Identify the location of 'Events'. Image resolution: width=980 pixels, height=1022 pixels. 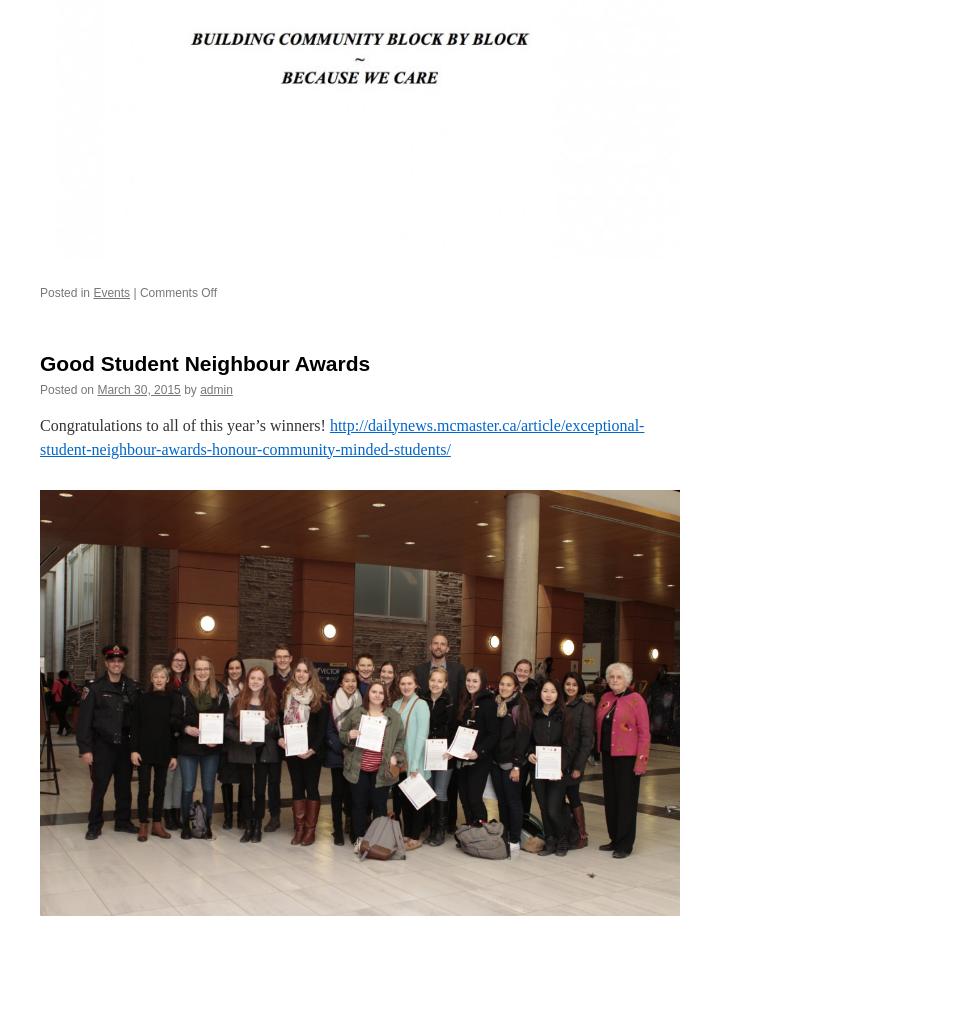
(111, 292).